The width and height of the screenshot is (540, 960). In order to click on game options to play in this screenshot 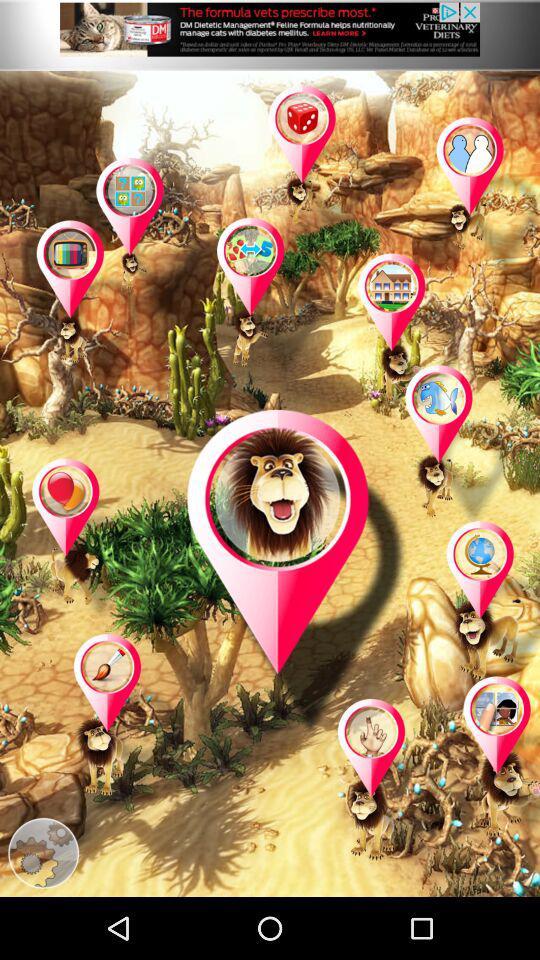, I will do `click(90, 302)`.